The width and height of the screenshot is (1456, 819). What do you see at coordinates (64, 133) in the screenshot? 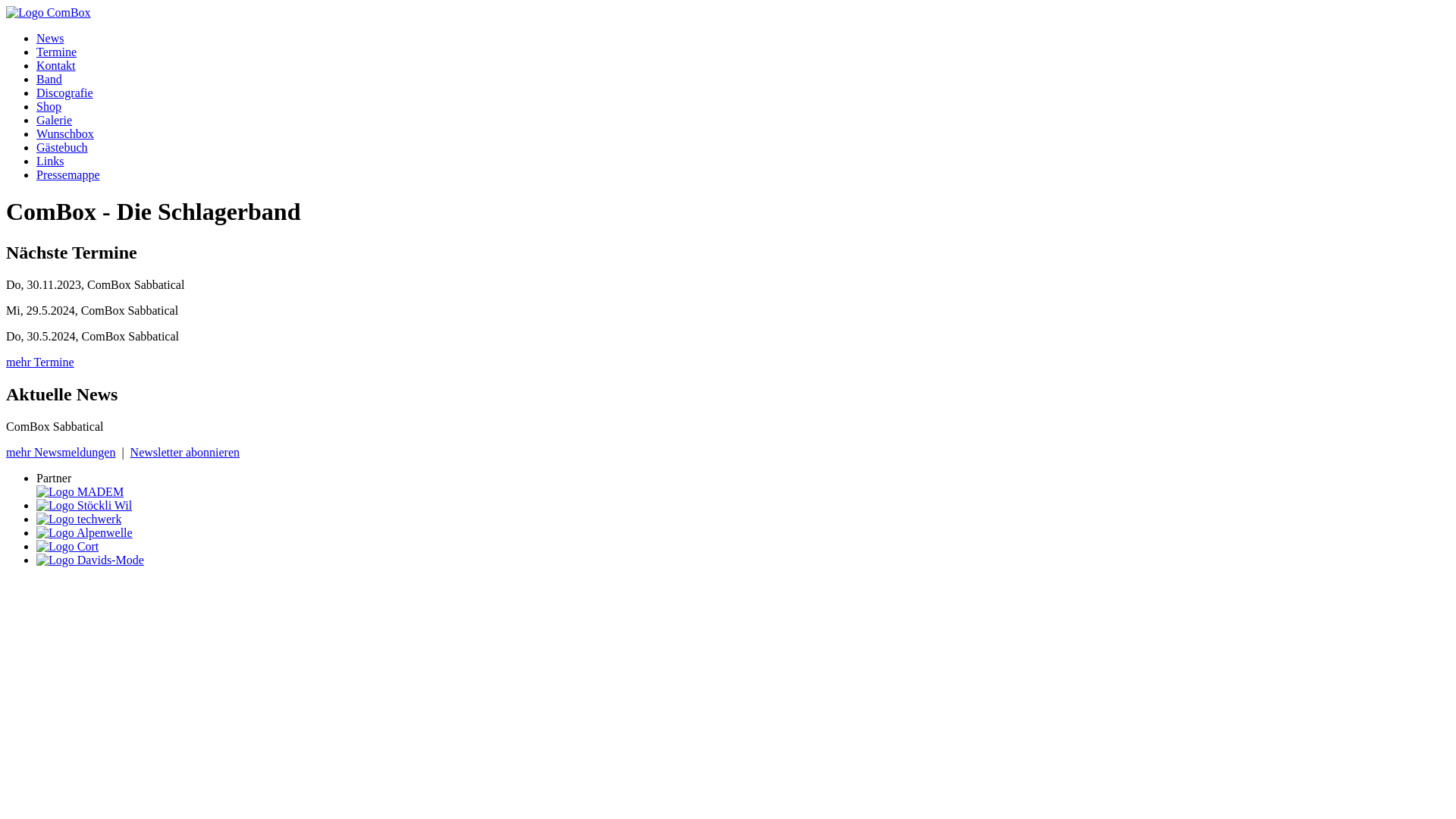
I see `'Wunschbox'` at bounding box center [64, 133].